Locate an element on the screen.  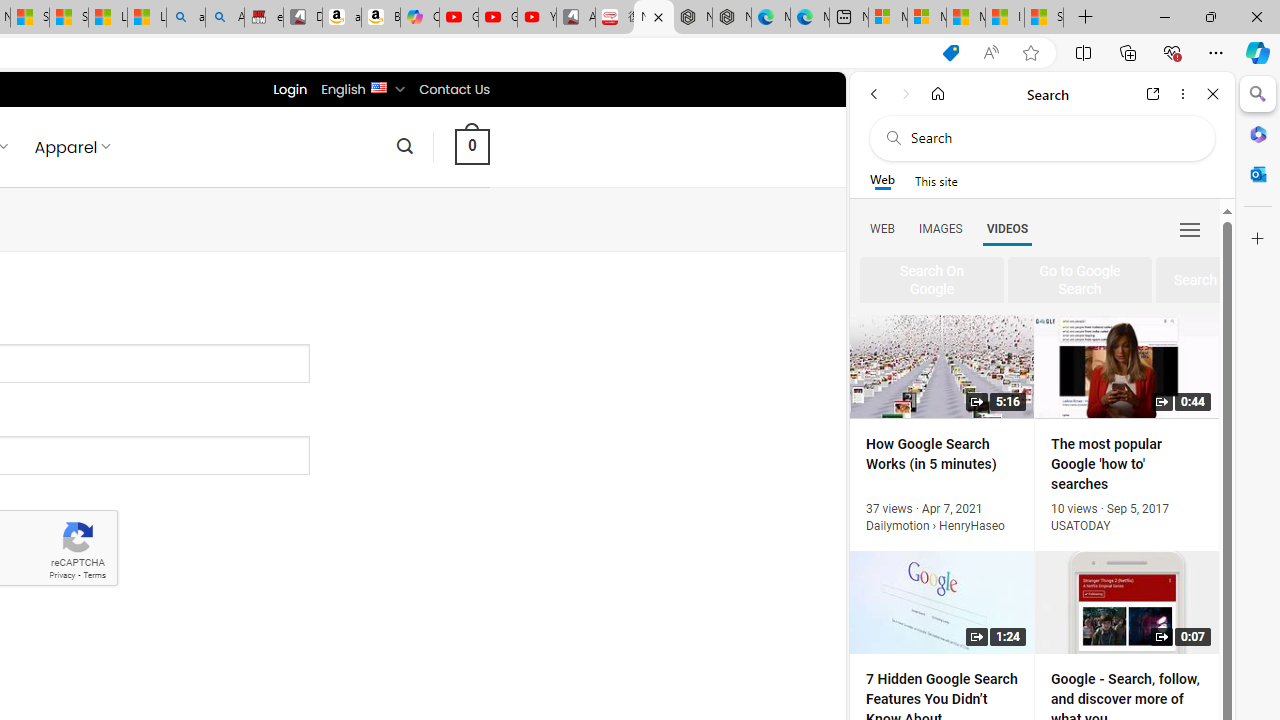
'Microsoft 365' is located at coordinates (1257, 133).